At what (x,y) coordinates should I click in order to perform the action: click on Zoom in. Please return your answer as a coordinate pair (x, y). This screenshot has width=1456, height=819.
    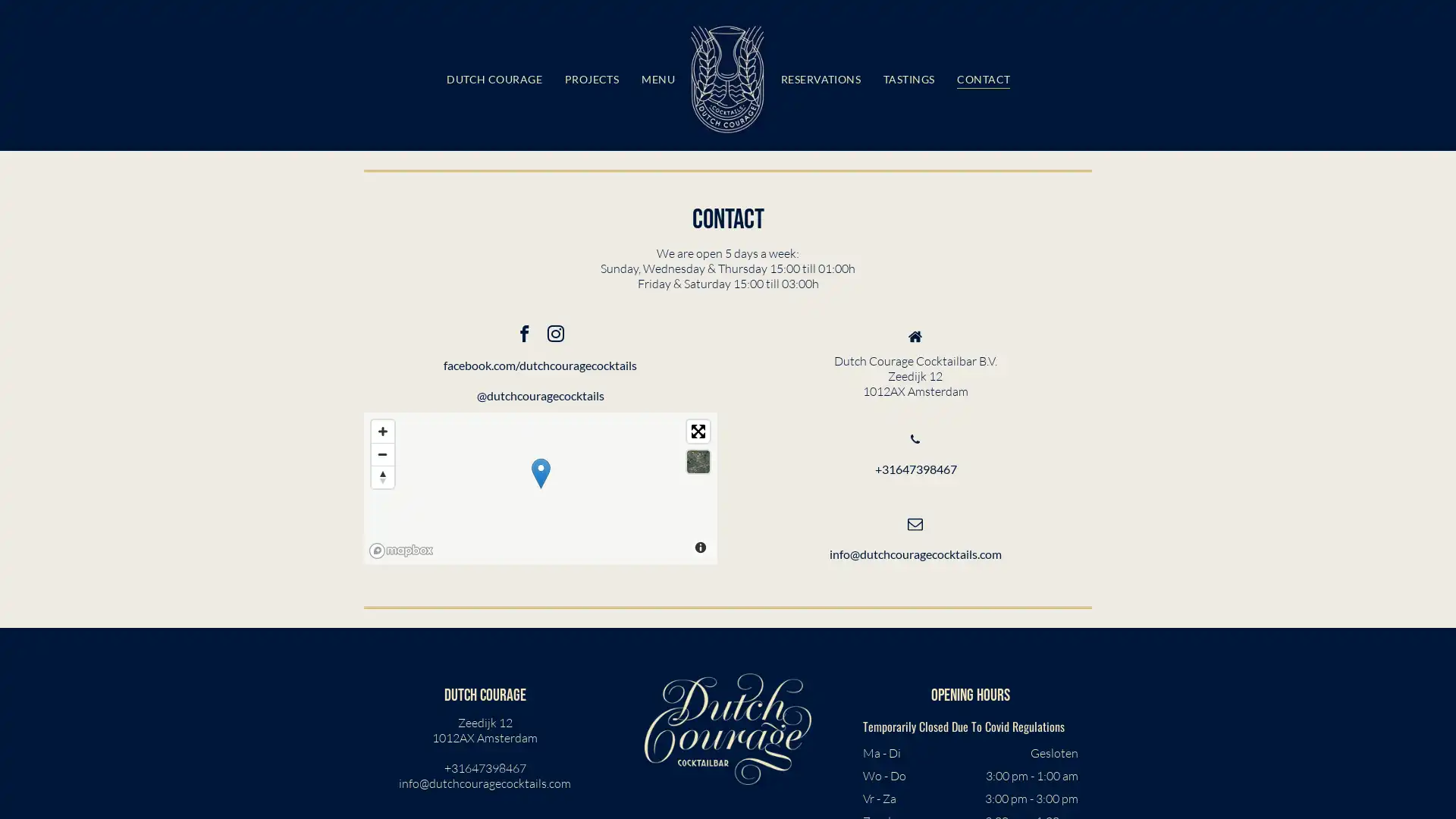
    Looking at the image, I should click on (382, 430).